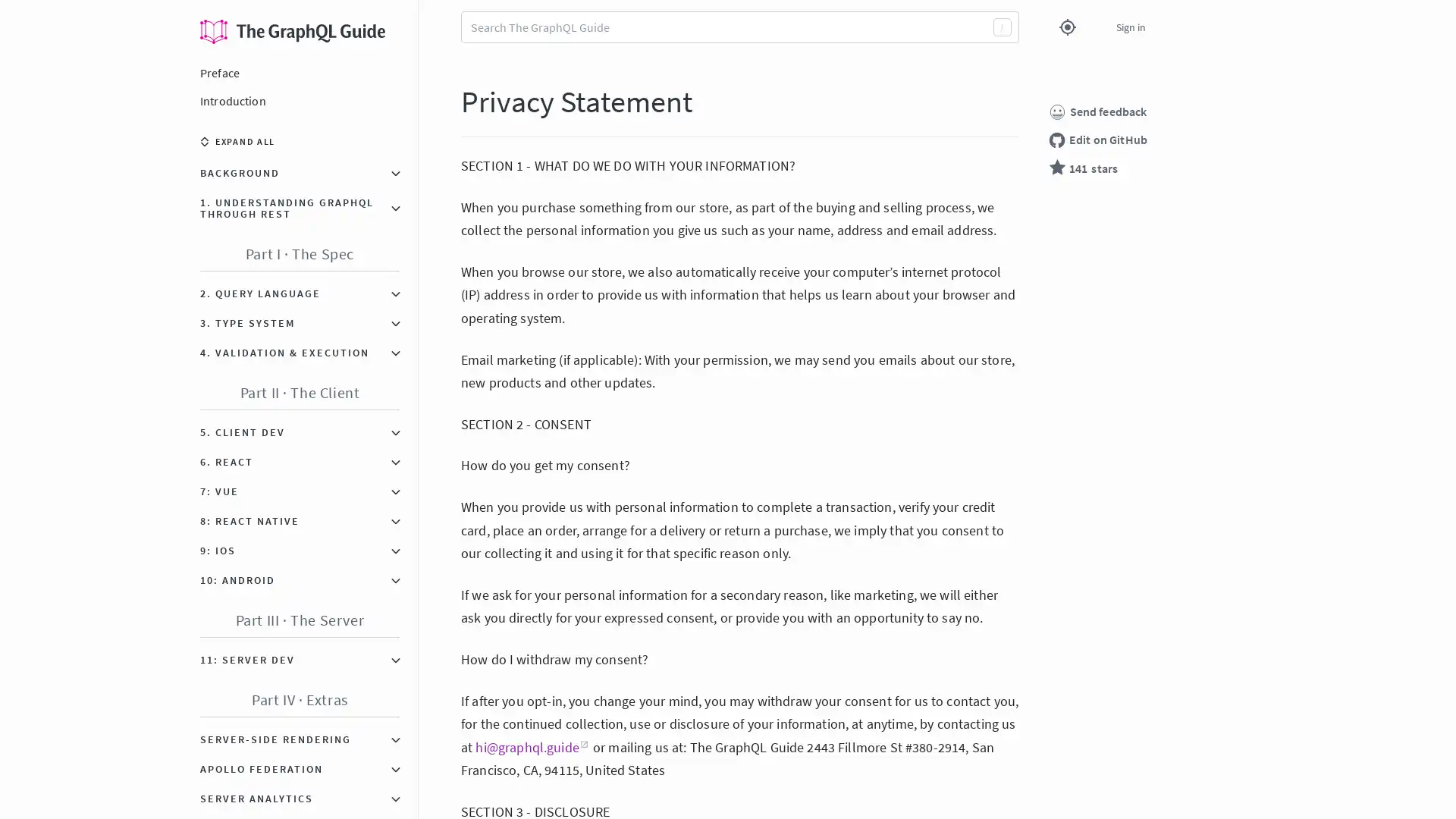 Image resolution: width=1456 pixels, height=819 pixels. What do you see at coordinates (1131, 27) in the screenshot?
I see `Sign in` at bounding box center [1131, 27].